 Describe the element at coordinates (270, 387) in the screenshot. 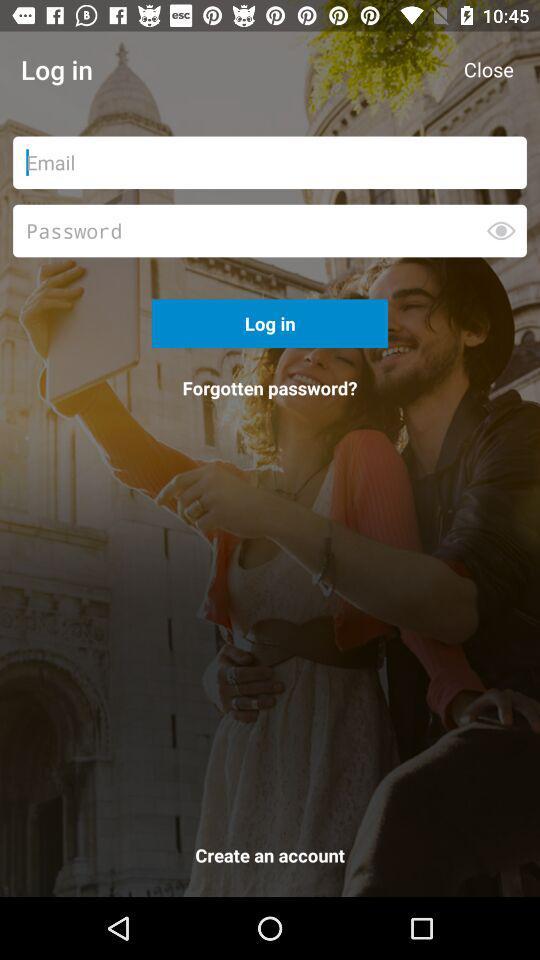

I see `the icon above create an account` at that location.